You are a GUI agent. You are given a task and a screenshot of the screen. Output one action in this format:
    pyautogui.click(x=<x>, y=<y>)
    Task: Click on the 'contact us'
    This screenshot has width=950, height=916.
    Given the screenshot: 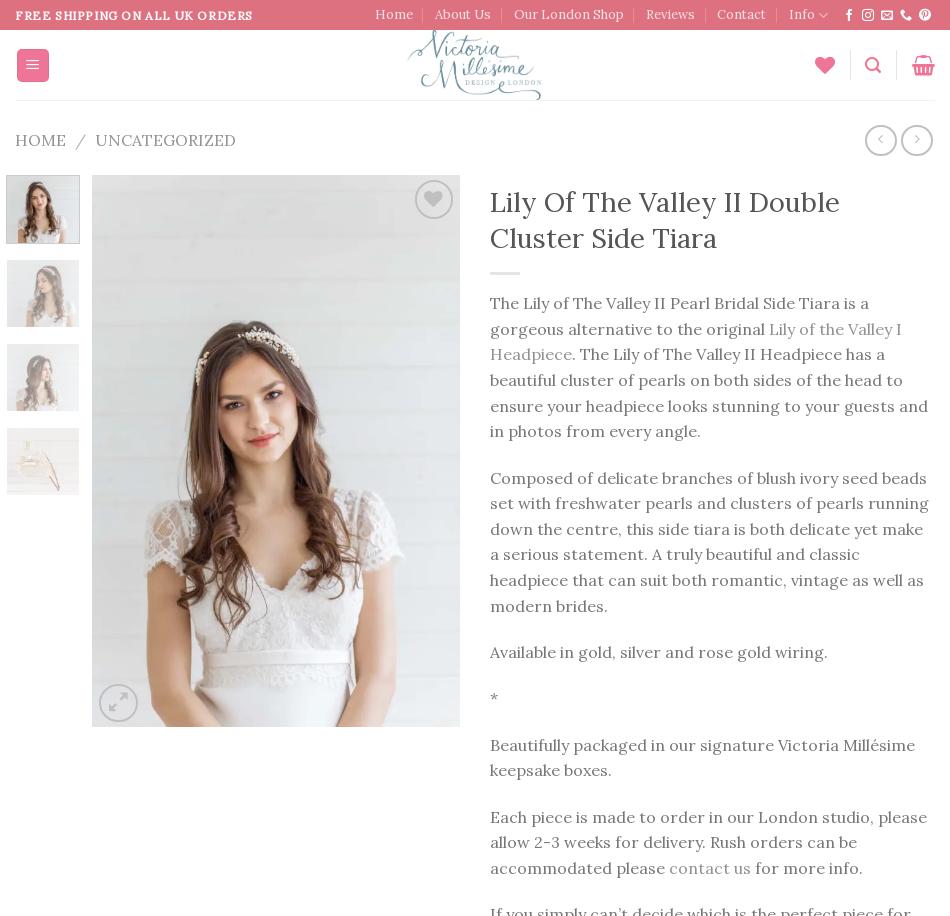 What is the action you would take?
    pyautogui.click(x=710, y=865)
    